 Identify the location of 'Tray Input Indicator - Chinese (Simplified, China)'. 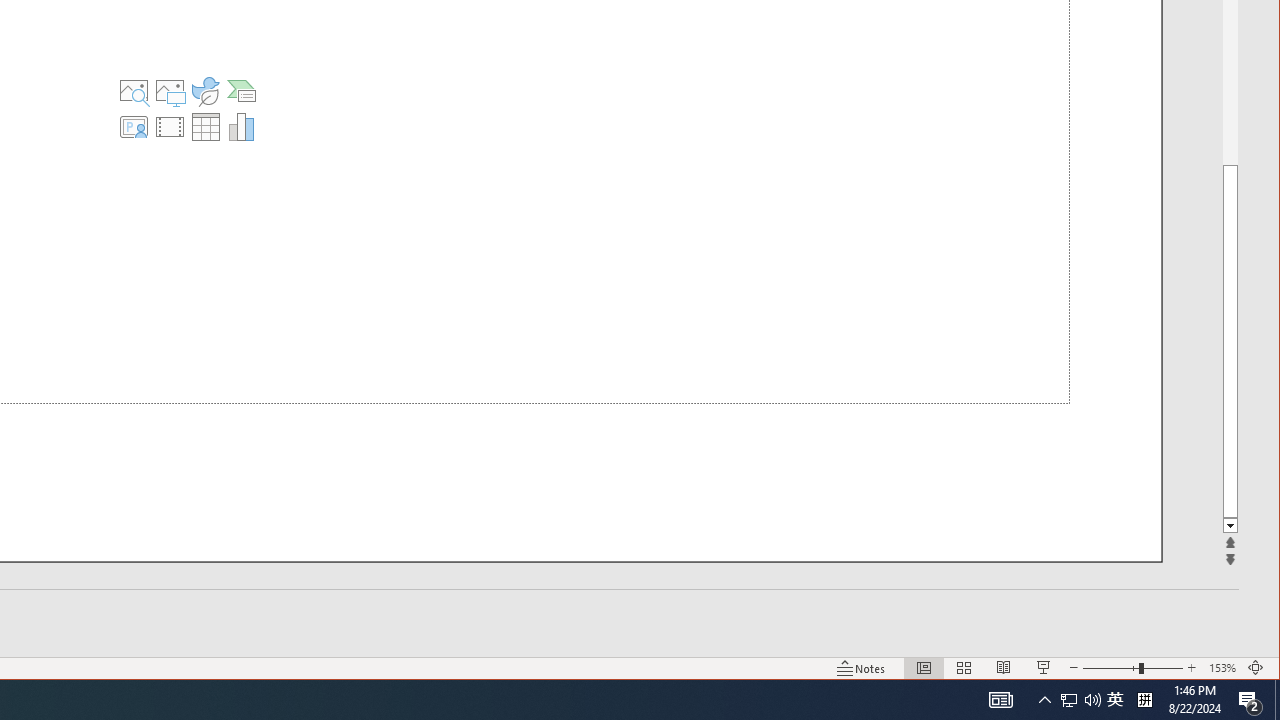
(1144, 698).